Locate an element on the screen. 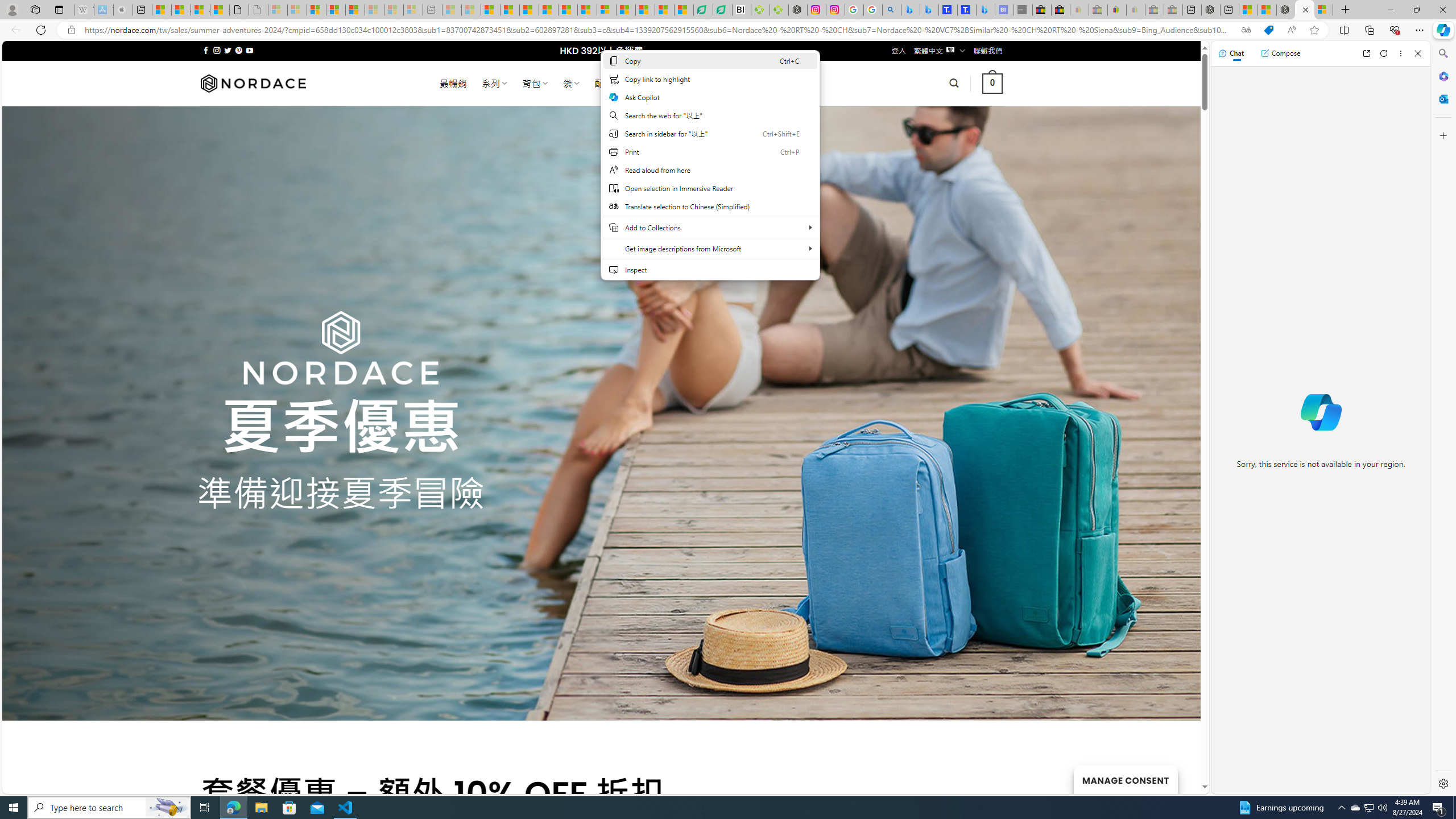 This screenshot has height=819, width=1456. 'Follow on Instagram' is located at coordinates (216, 50).